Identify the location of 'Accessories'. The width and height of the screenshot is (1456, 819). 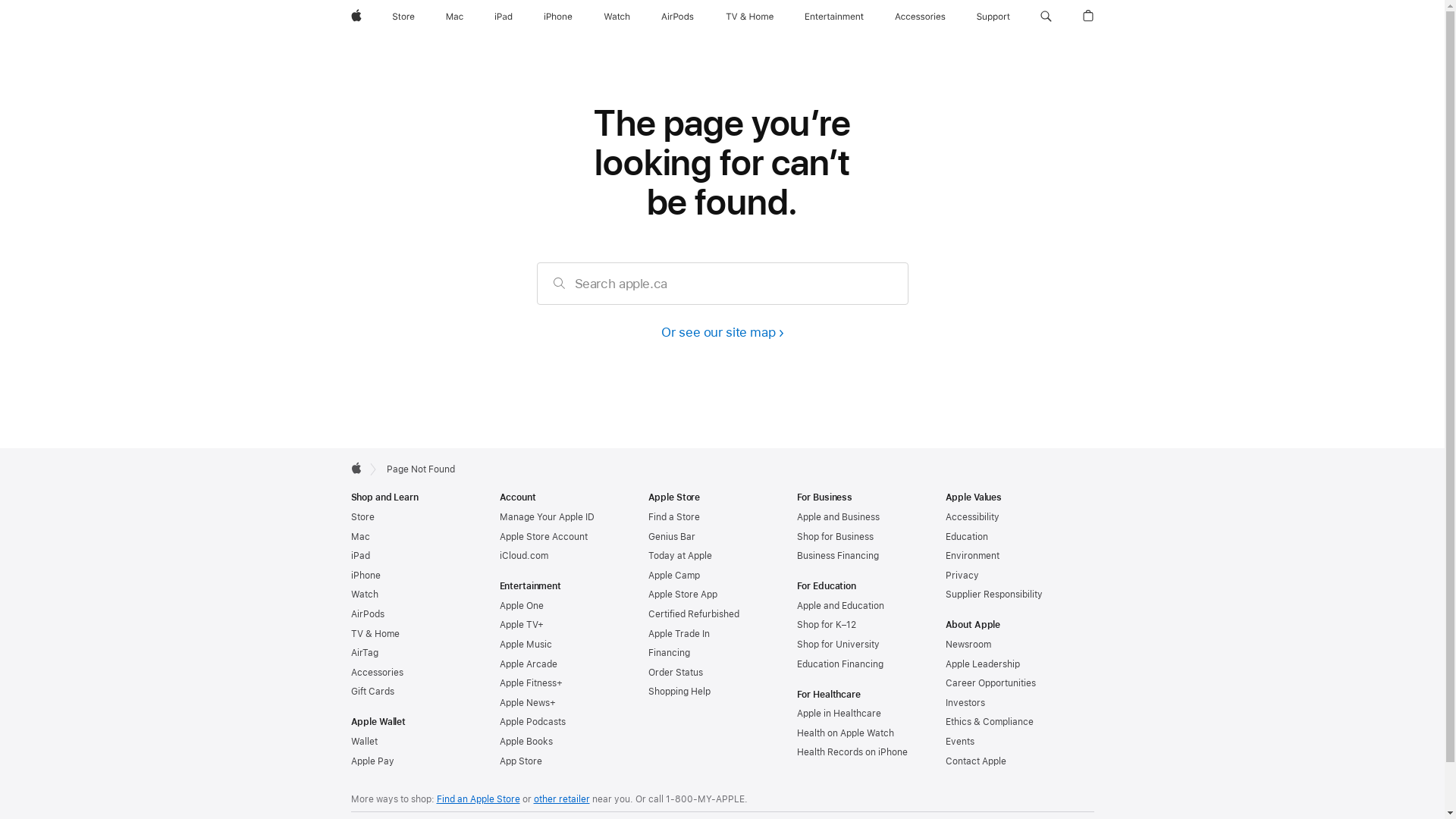
(919, 17).